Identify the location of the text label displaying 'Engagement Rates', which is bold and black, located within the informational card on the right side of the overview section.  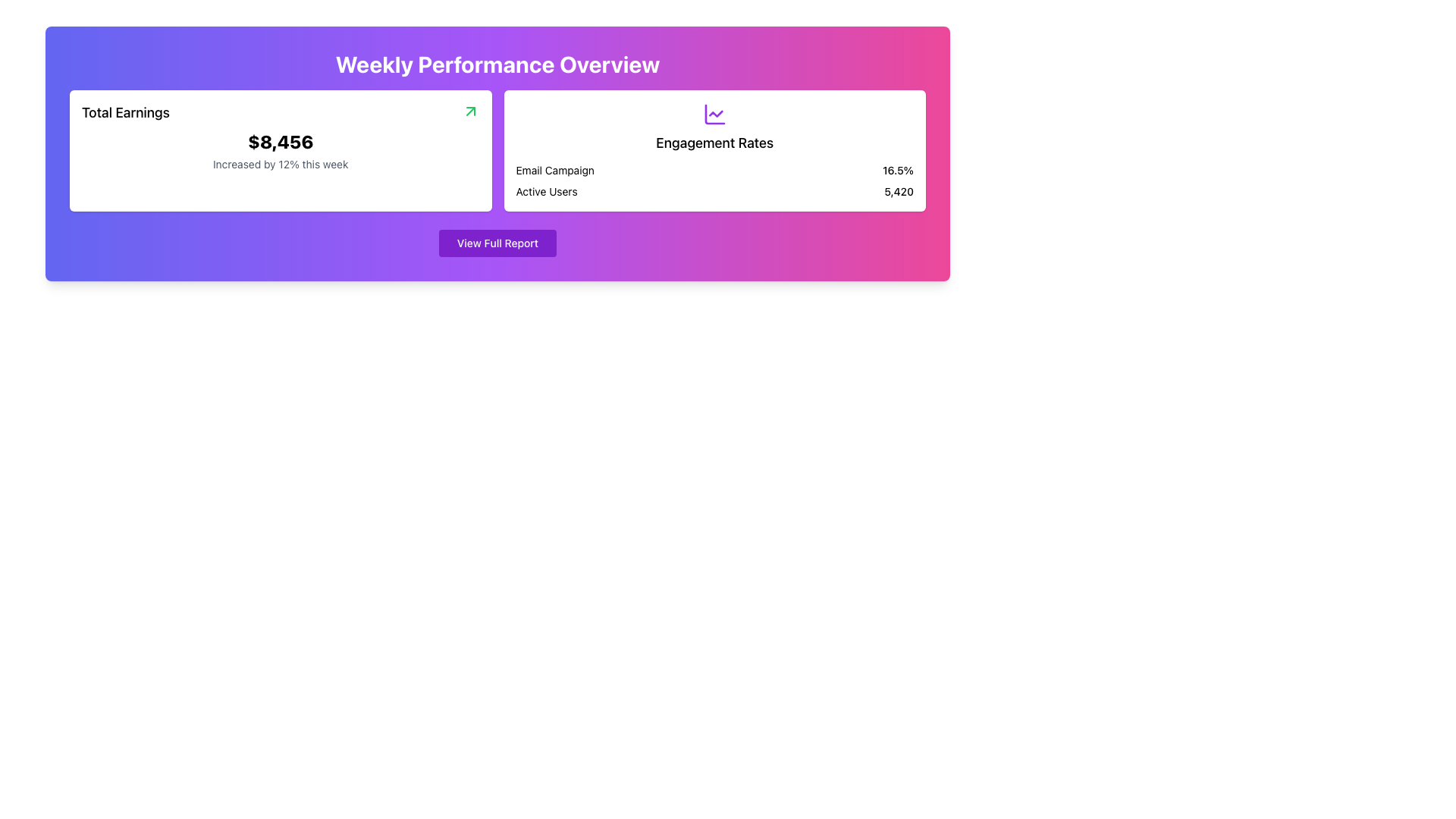
(714, 143).